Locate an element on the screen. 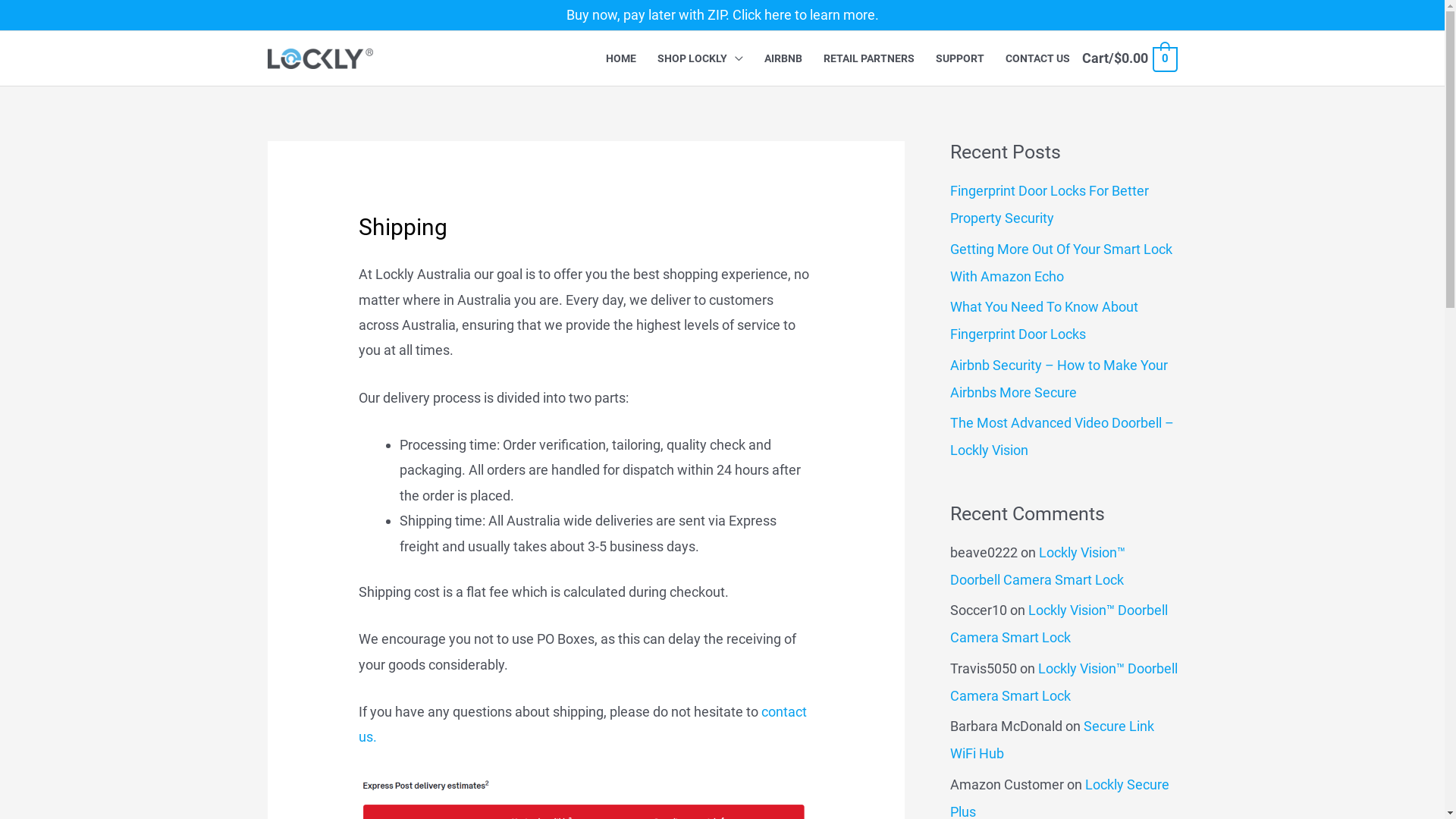 The height and width of the screenshot is (819, 1456). 'CONTACT US' is located at coordinates (1037, 58).